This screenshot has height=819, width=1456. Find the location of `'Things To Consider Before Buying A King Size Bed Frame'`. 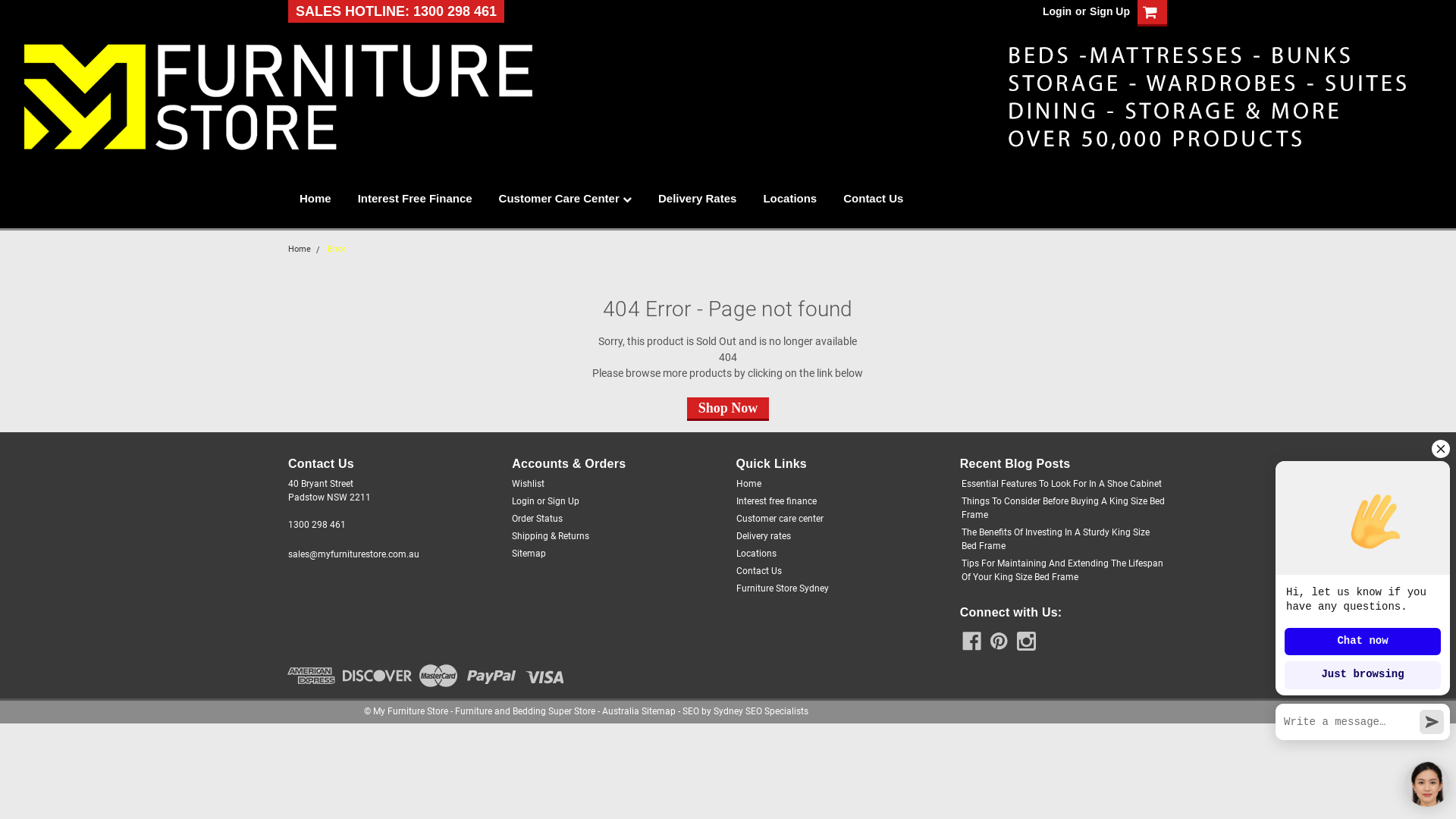

'Things To Consider Before Buying A King Size Bed Frame' is located at coordinates (960, 508).